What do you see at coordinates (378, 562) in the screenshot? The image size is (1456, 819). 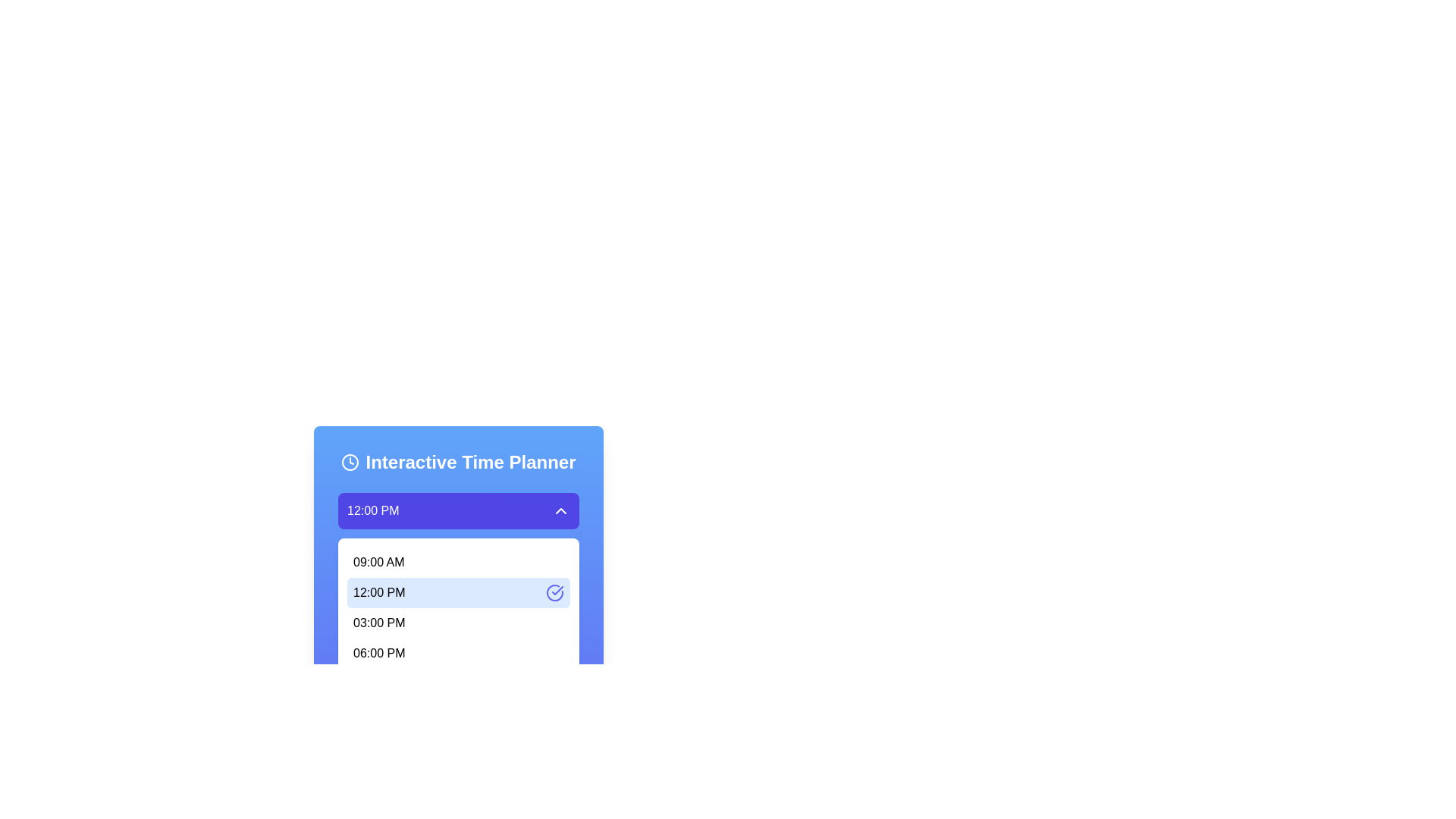 I see `the text label displaying '09:00 AM' in bold font style` at bounding box center [378, 562].